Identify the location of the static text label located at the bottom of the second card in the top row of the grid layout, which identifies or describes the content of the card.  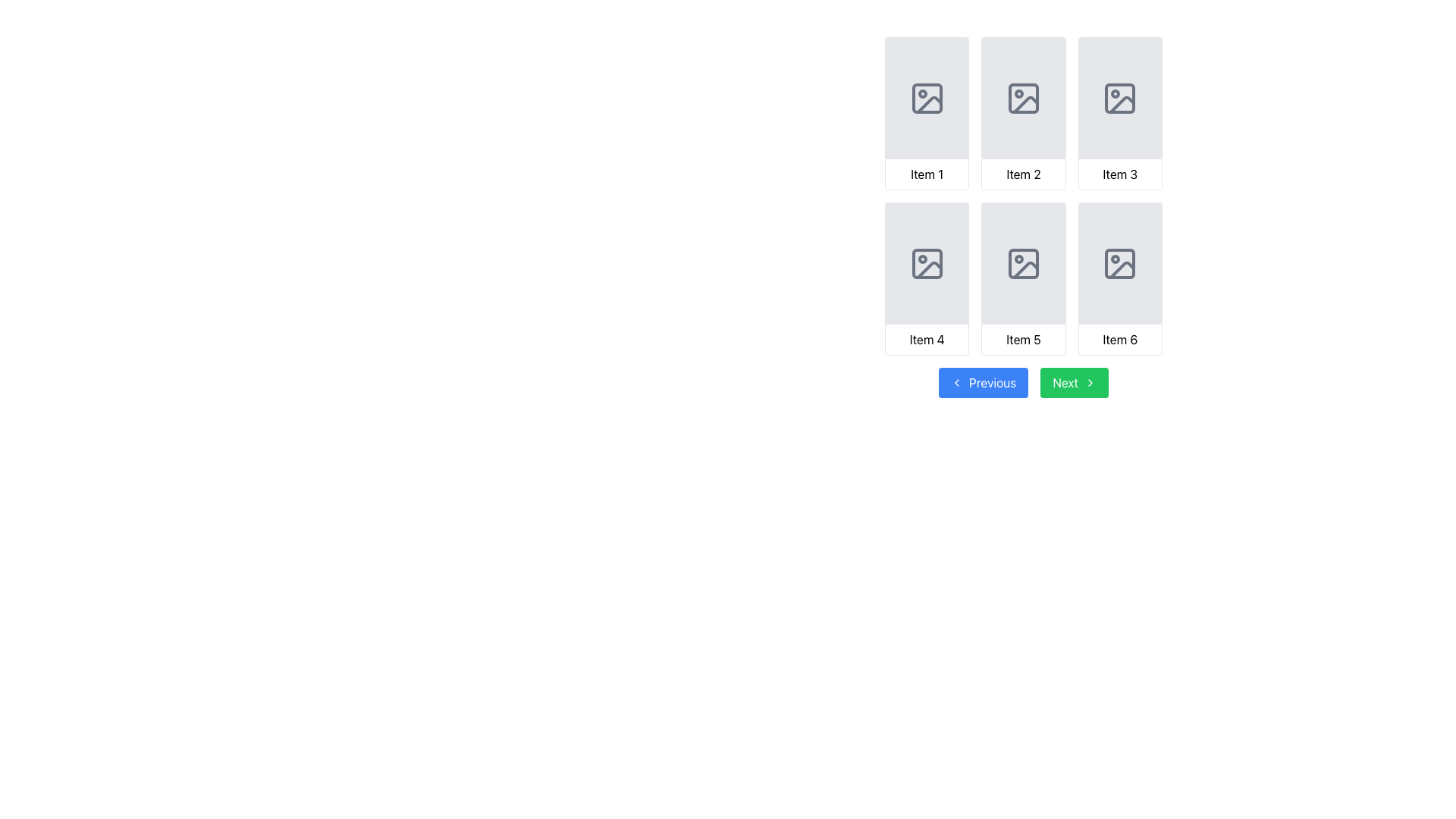
(1023, 174).